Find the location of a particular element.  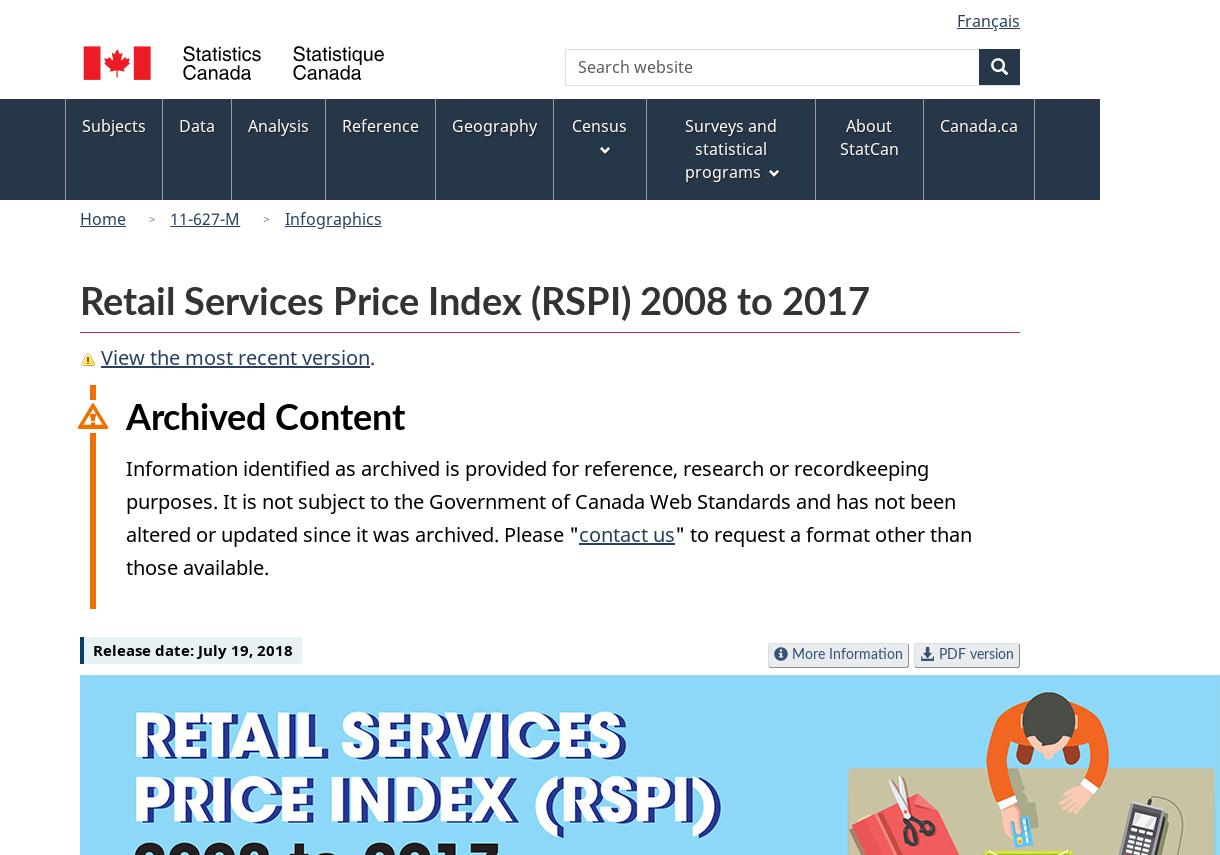

'Français' is located at coordinates (956, 21).